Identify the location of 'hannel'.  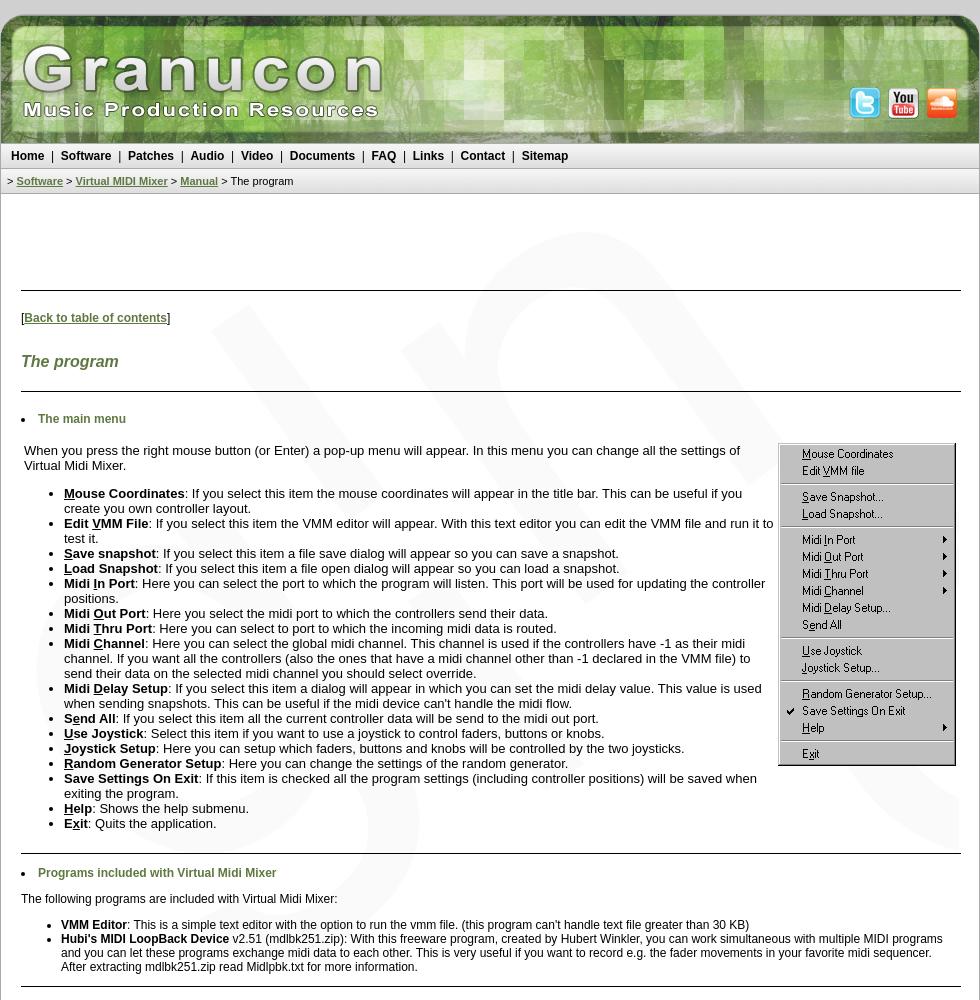
(123, 643).